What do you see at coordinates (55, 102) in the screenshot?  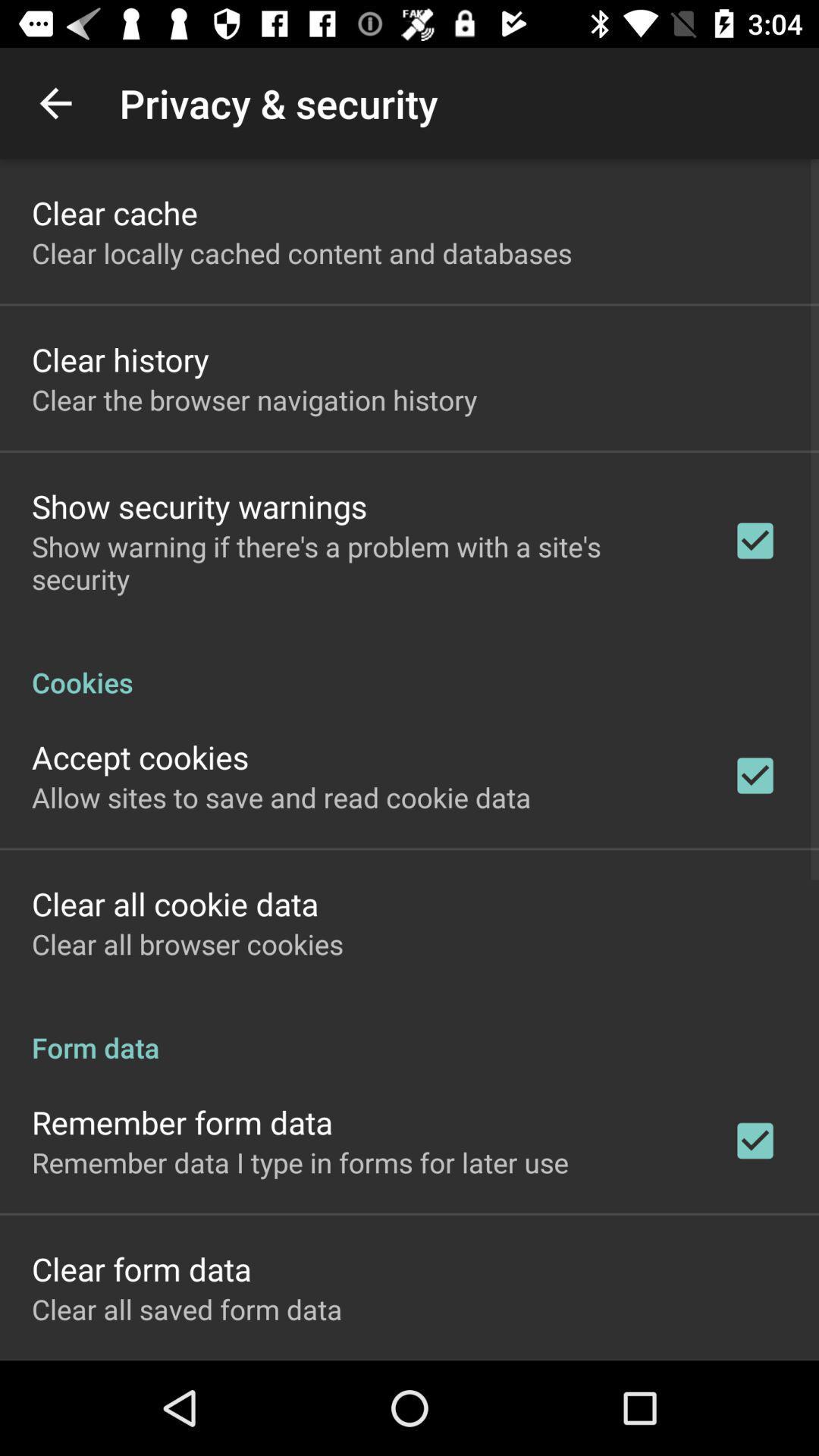 I see `app to the left of privacy & security item` at bounding box center [55, 102].